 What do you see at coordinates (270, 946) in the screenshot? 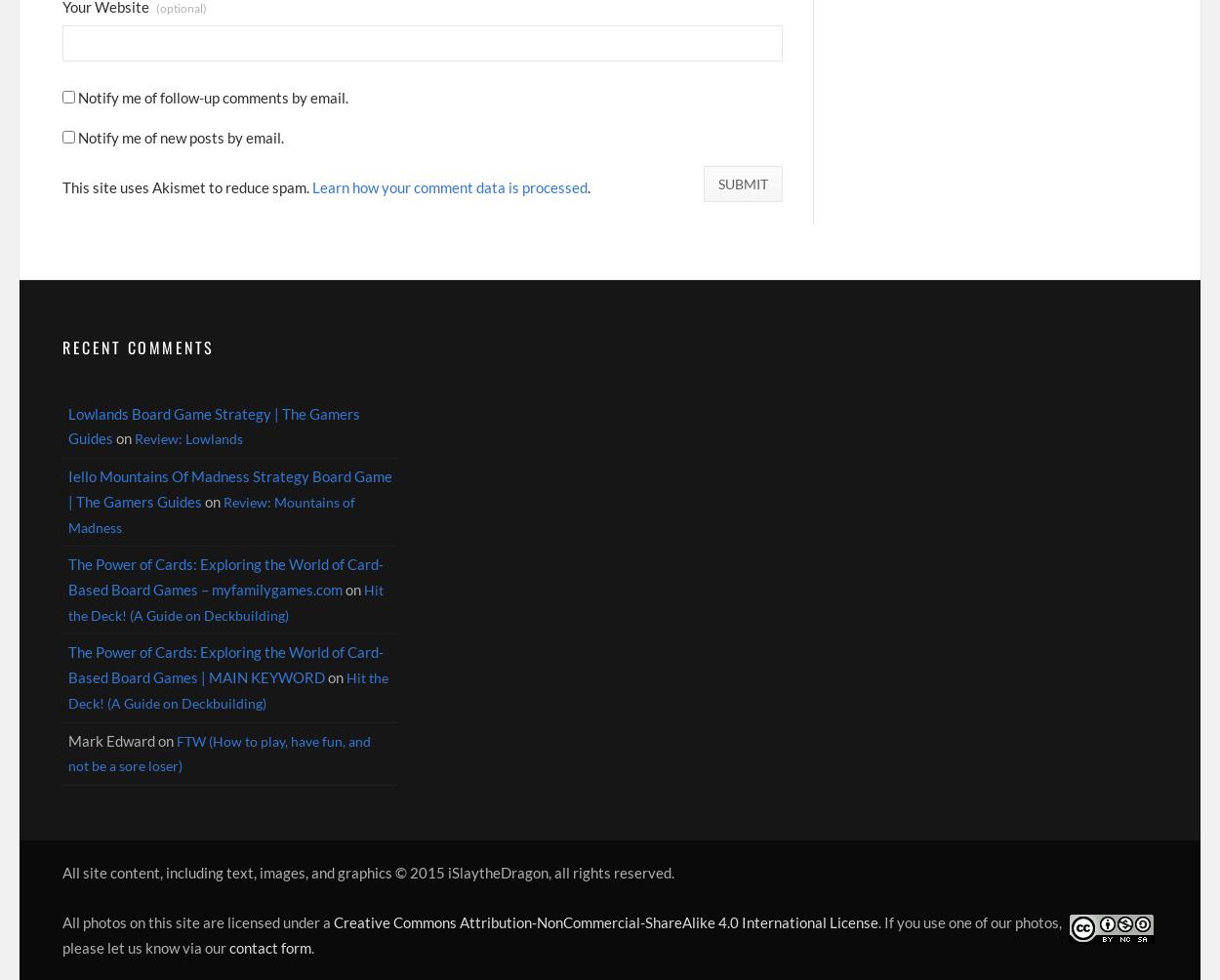
I see `'contact form'` at bounding box center [270, 946].